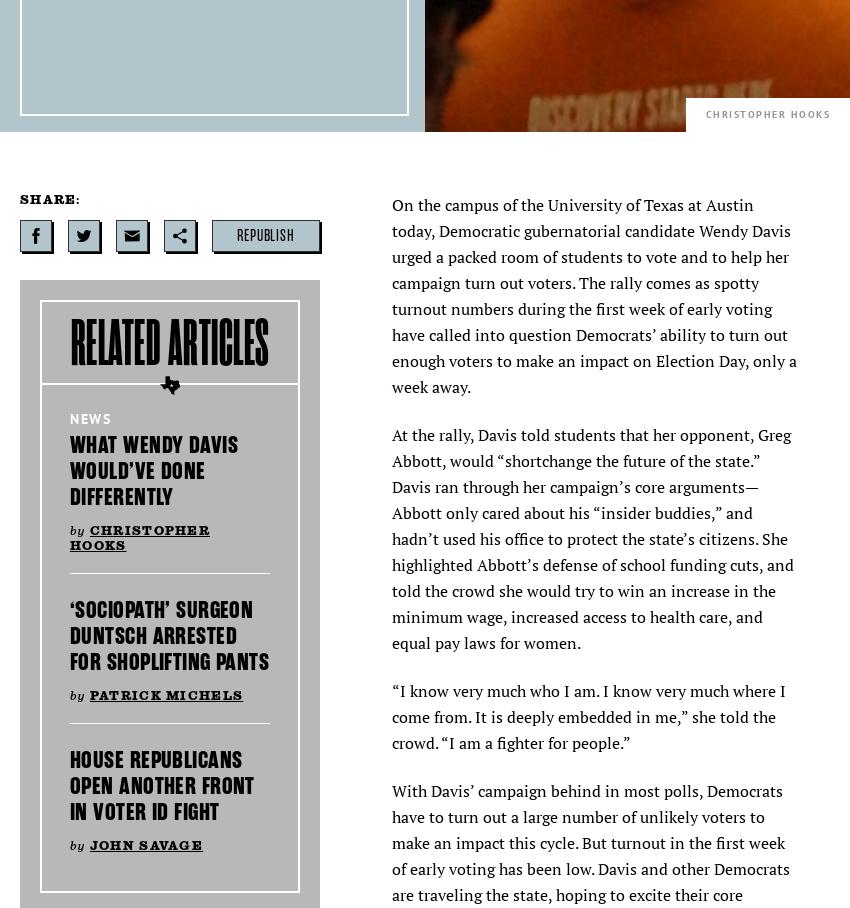 The height and width of the screenshot is (908, 850). What do you see at coordinates (162, 785) in the screenshot?
I see `'House Republicans Open Another Front in Voter ID Fight'` at bounding box center [162, 785].